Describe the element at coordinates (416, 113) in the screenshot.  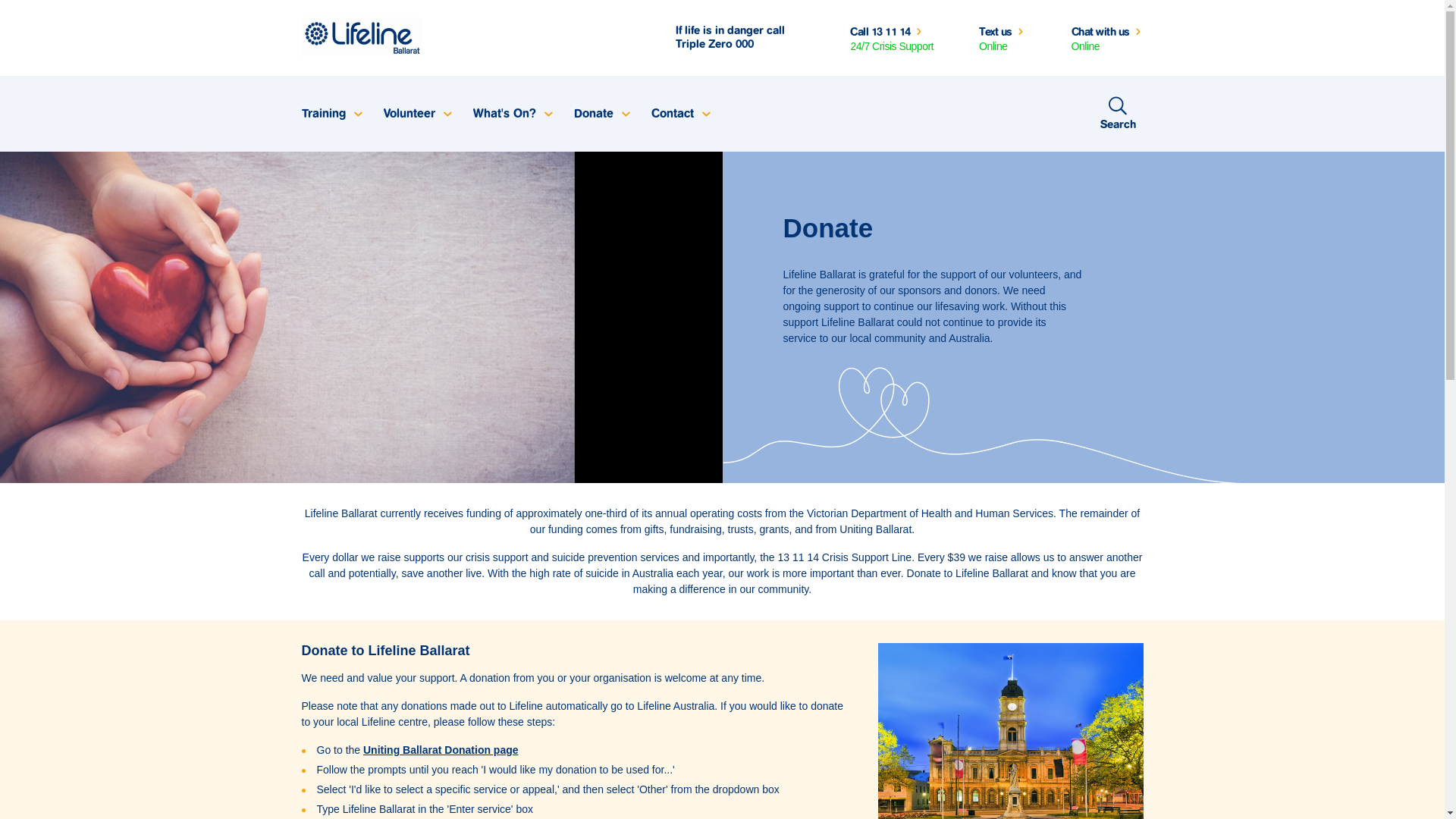
I see `'Volunteer'` at that location.